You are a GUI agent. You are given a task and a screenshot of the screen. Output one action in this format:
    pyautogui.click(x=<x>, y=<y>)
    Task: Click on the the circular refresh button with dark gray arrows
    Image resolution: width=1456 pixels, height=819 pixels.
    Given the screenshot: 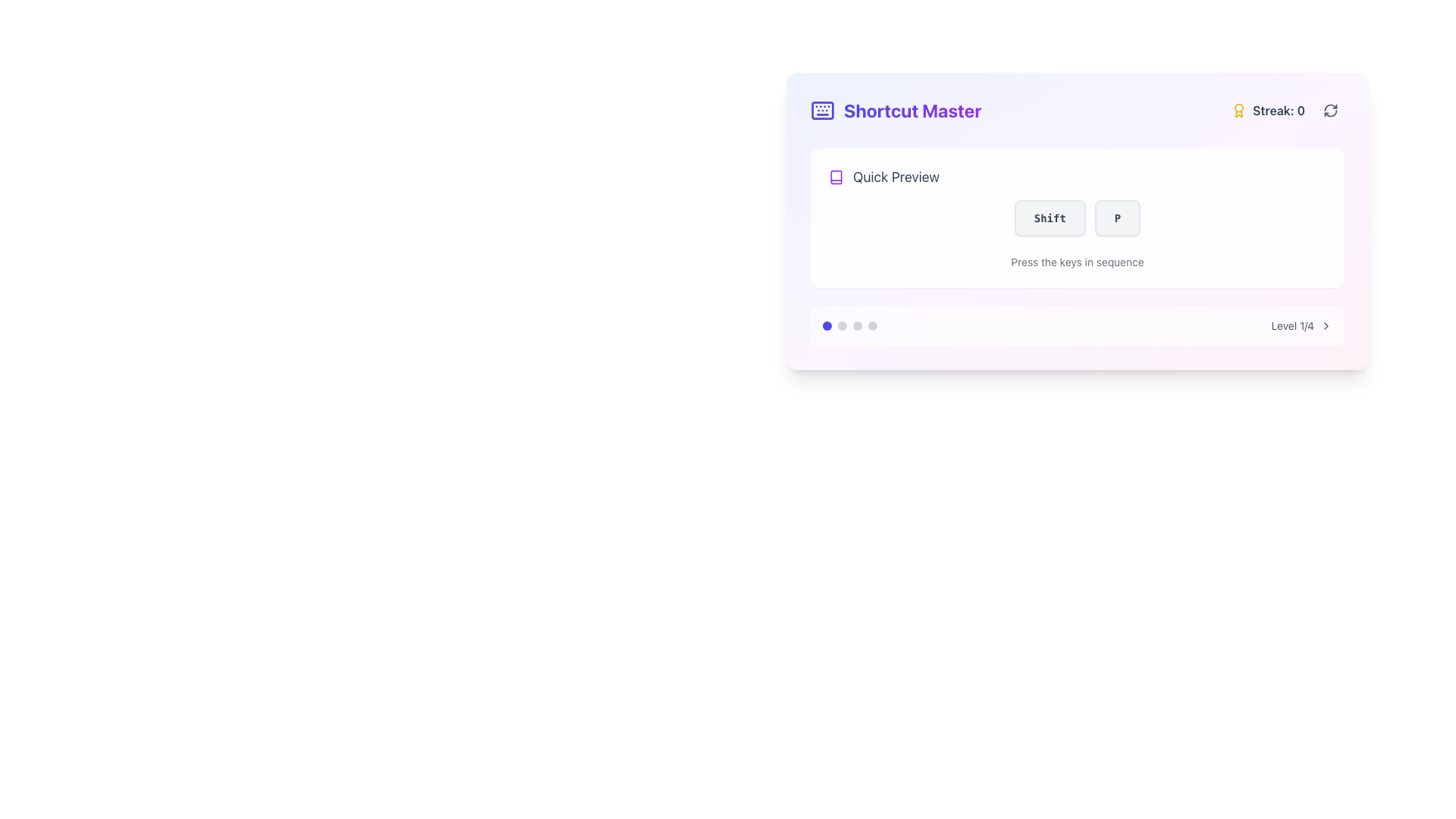 What is the action you would take?
    pyautogui.click(x=1330, y=110)
    